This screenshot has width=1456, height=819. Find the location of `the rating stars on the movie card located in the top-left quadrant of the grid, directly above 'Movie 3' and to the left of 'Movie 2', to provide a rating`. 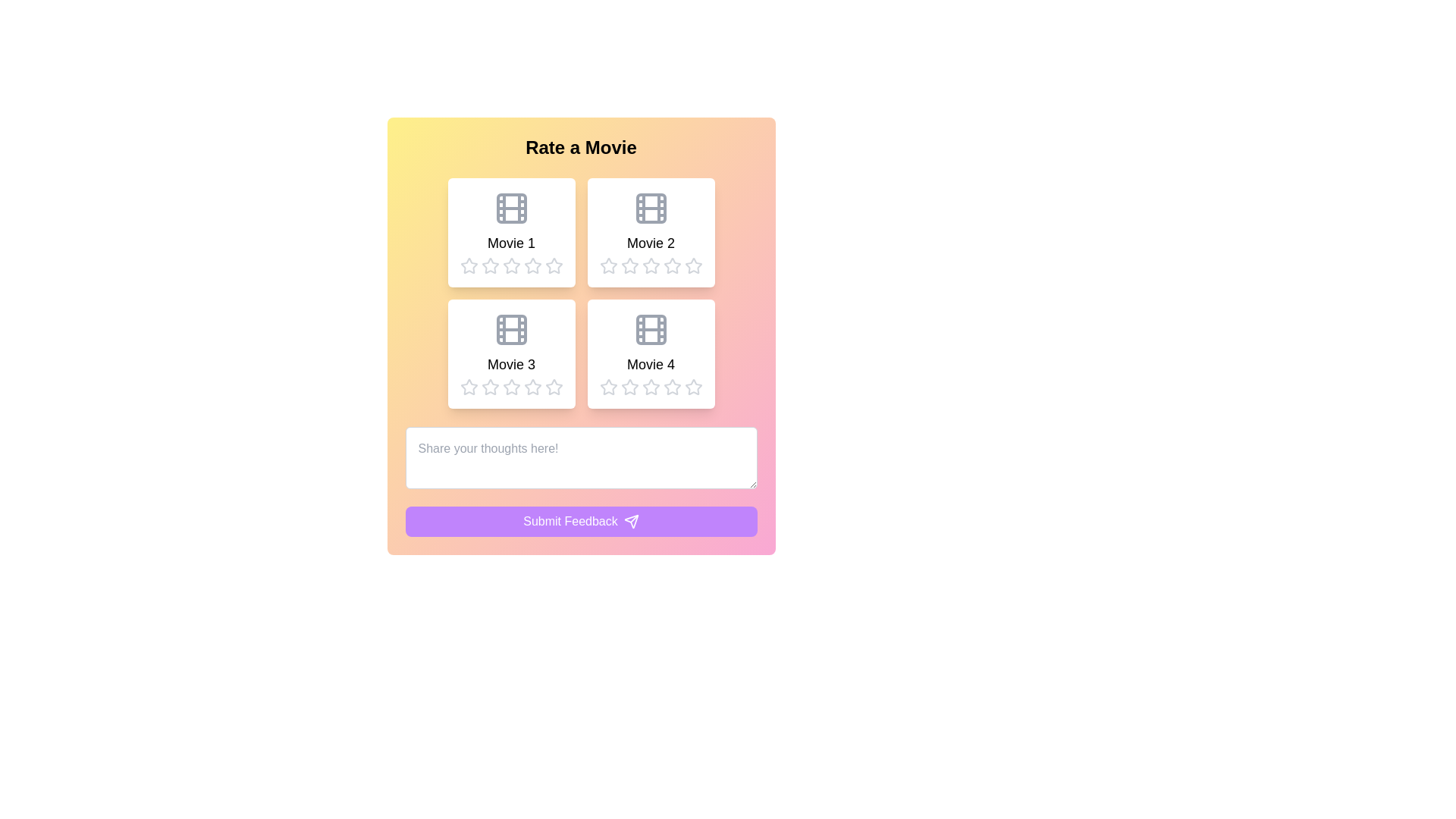

the rating stars on the movie card located in the top-left quadrant of the grid, directly above 'Movie 3' and to the left of 'Movie 2', to provide a rating is located at coordinates (511, 233).